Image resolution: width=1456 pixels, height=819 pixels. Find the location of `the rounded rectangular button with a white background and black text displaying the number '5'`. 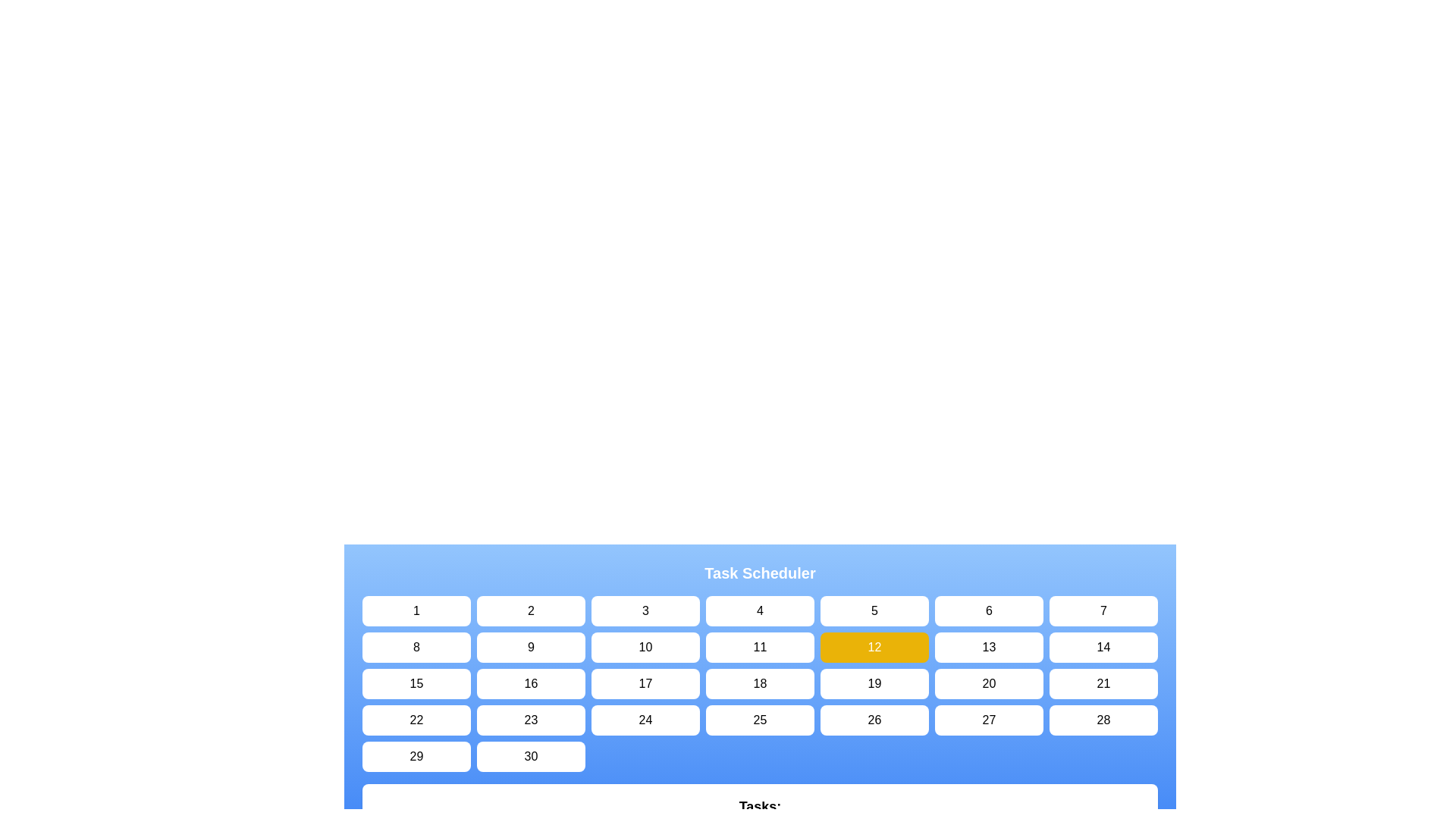

the rounded rectangular button with a white background and black text displaying the number '5' is located at coordinates (874, 610).